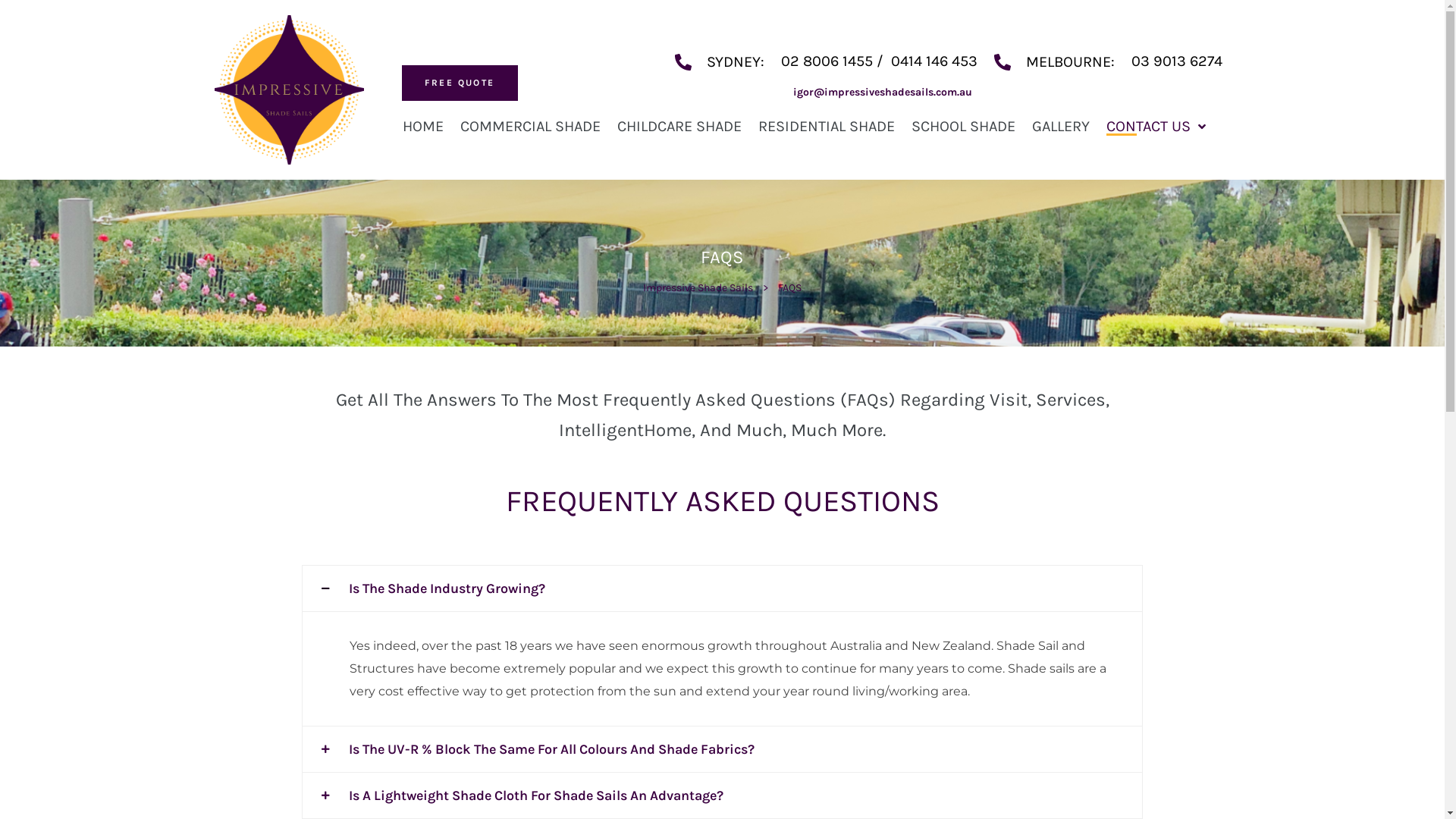 Image resolution: width=1456 pixels, height=819 pixels. What do you see at coordinates (1175, 60) in the screenshot?
I see `'03 9013 6274'` at bounding box center [1175, 60].